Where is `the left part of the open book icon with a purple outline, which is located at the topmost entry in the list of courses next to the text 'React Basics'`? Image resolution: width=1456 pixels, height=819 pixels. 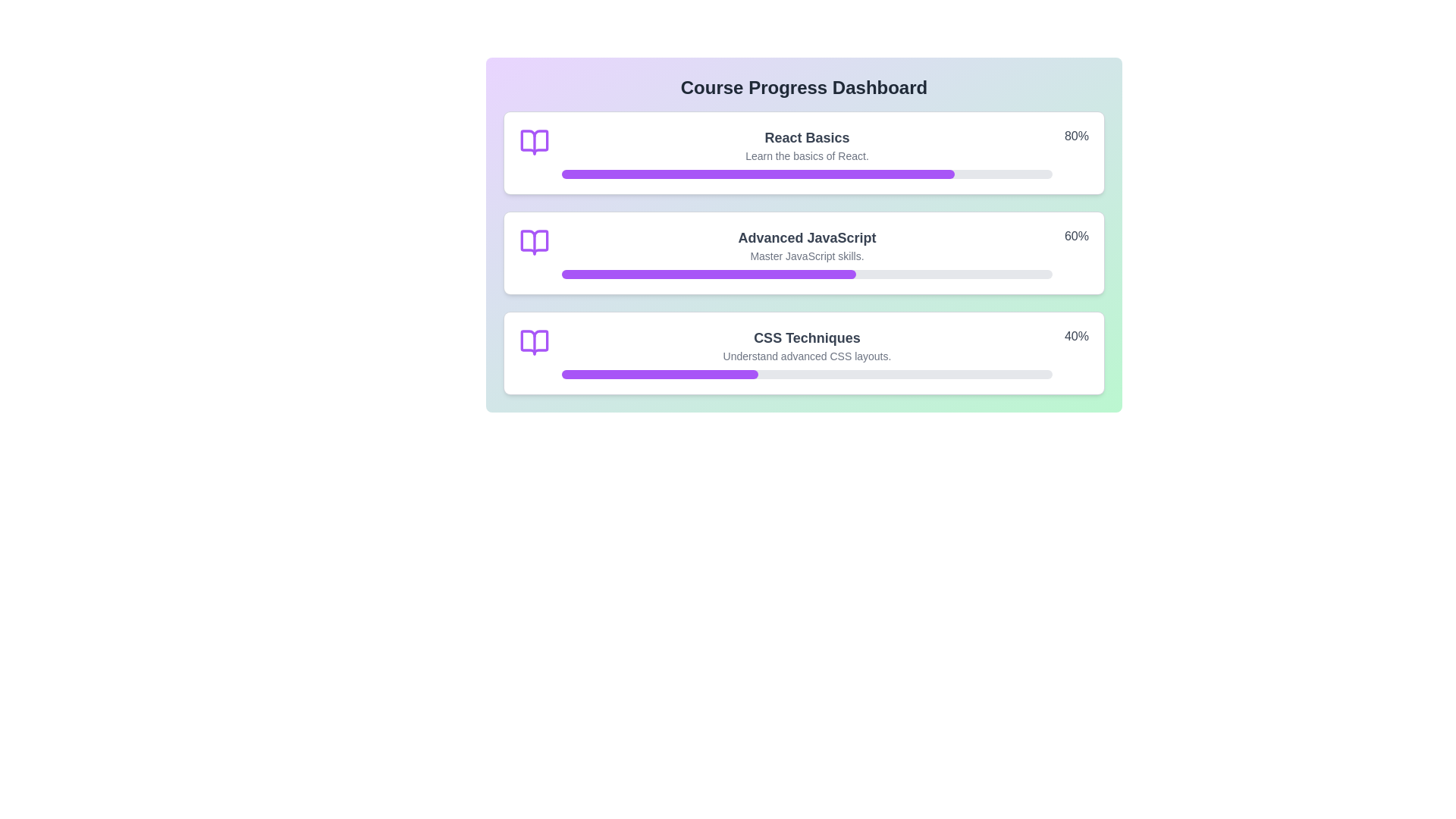
the left part of the open book icon with a purple outline, which is located at the topmost entry in the list of courses next to the text 'React Basics' is located at coordinates (535, 143).